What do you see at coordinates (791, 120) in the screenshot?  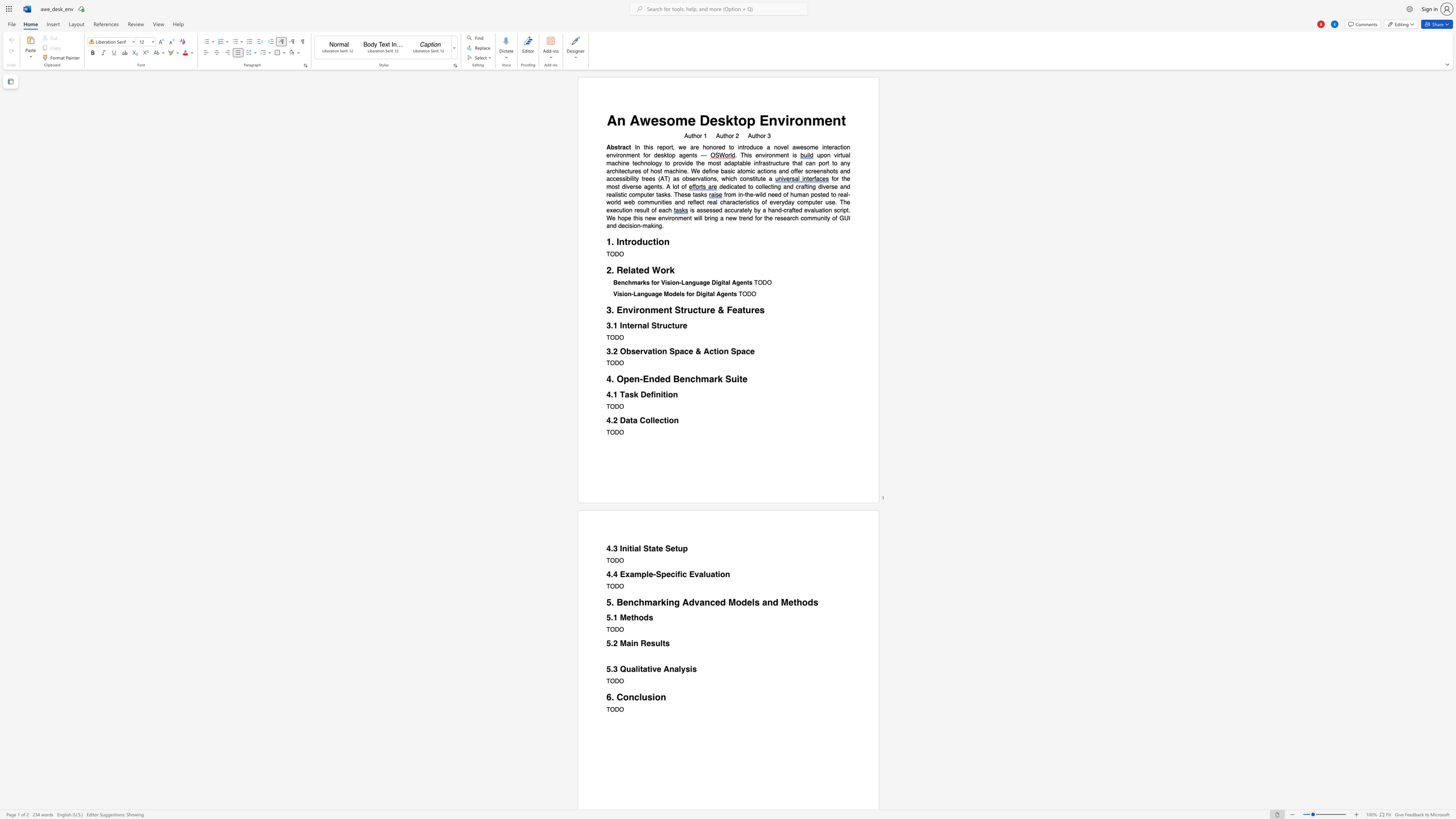 I see `the 1th character "r" in the text` at bounding box center [791, 120].